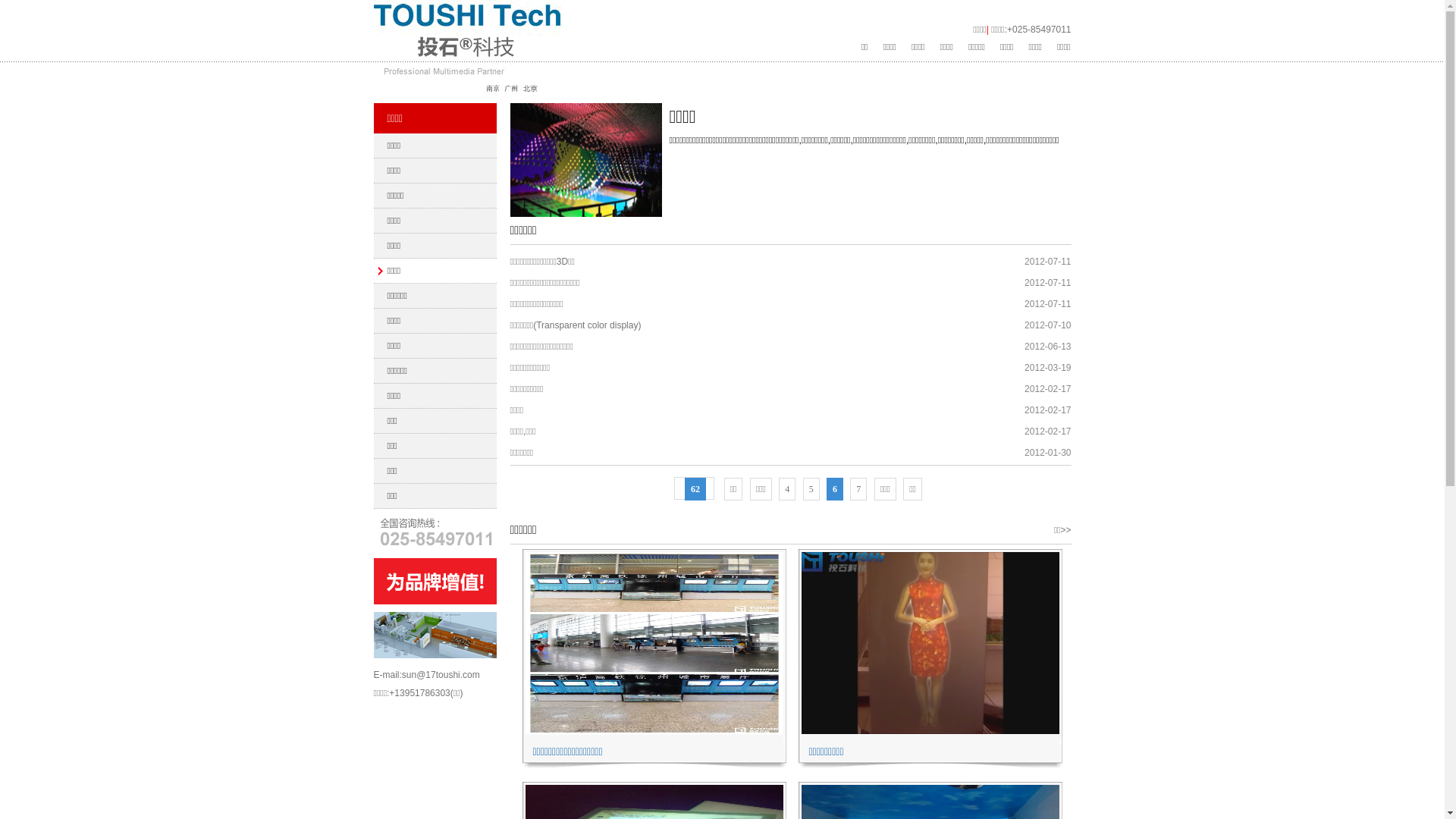  What do you see at coordinates (693, 488) in the screenshot?
I see `' 62'` at bounding box center [693, 488].